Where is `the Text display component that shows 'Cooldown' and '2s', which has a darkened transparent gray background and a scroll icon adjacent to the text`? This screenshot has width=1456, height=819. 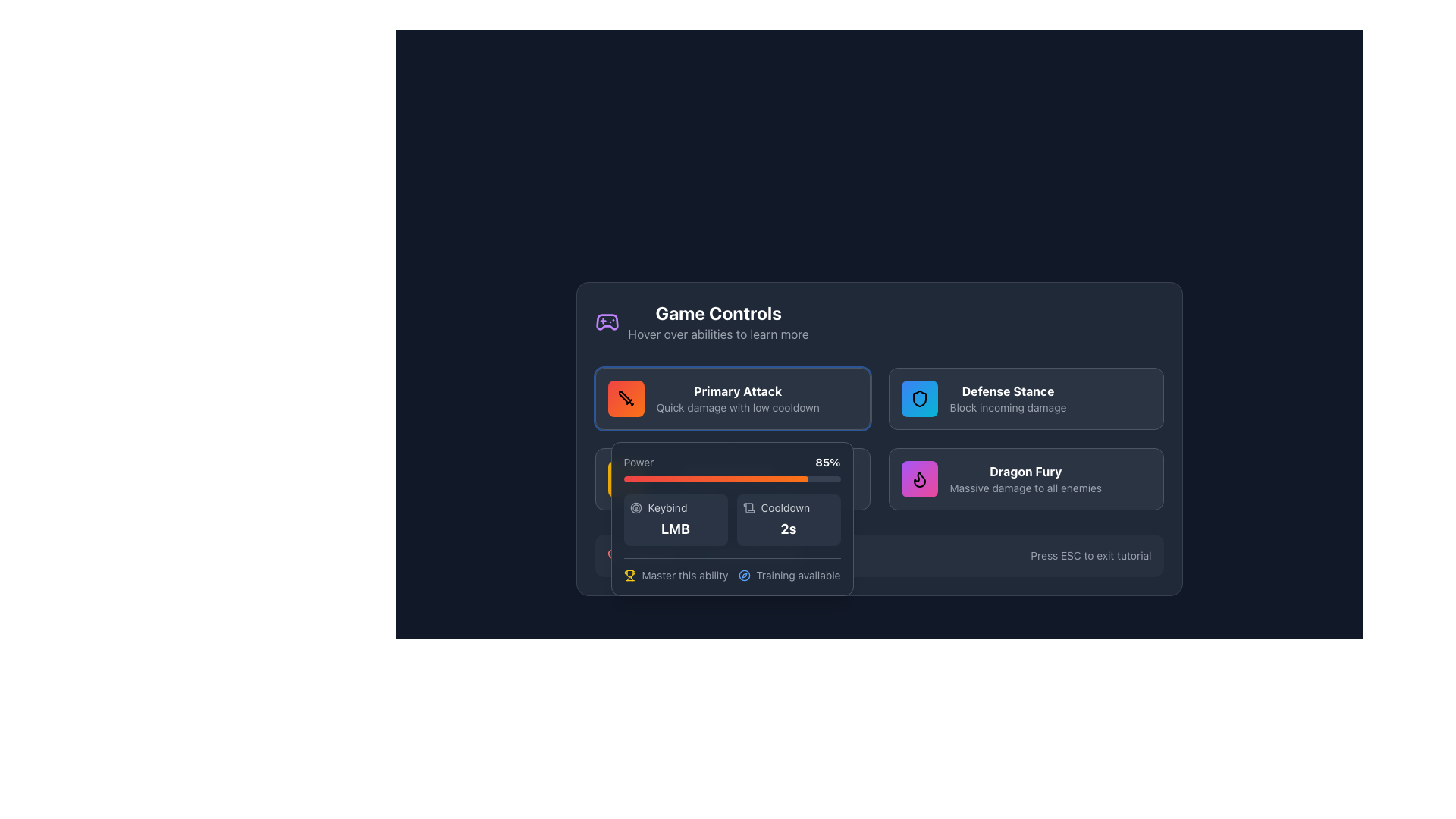
the Text display component that shows 'Cooldown' and '2s', which has a darkened transparent gray background and a scroll icon adjacent to the text is located at coordinates (789, 519).